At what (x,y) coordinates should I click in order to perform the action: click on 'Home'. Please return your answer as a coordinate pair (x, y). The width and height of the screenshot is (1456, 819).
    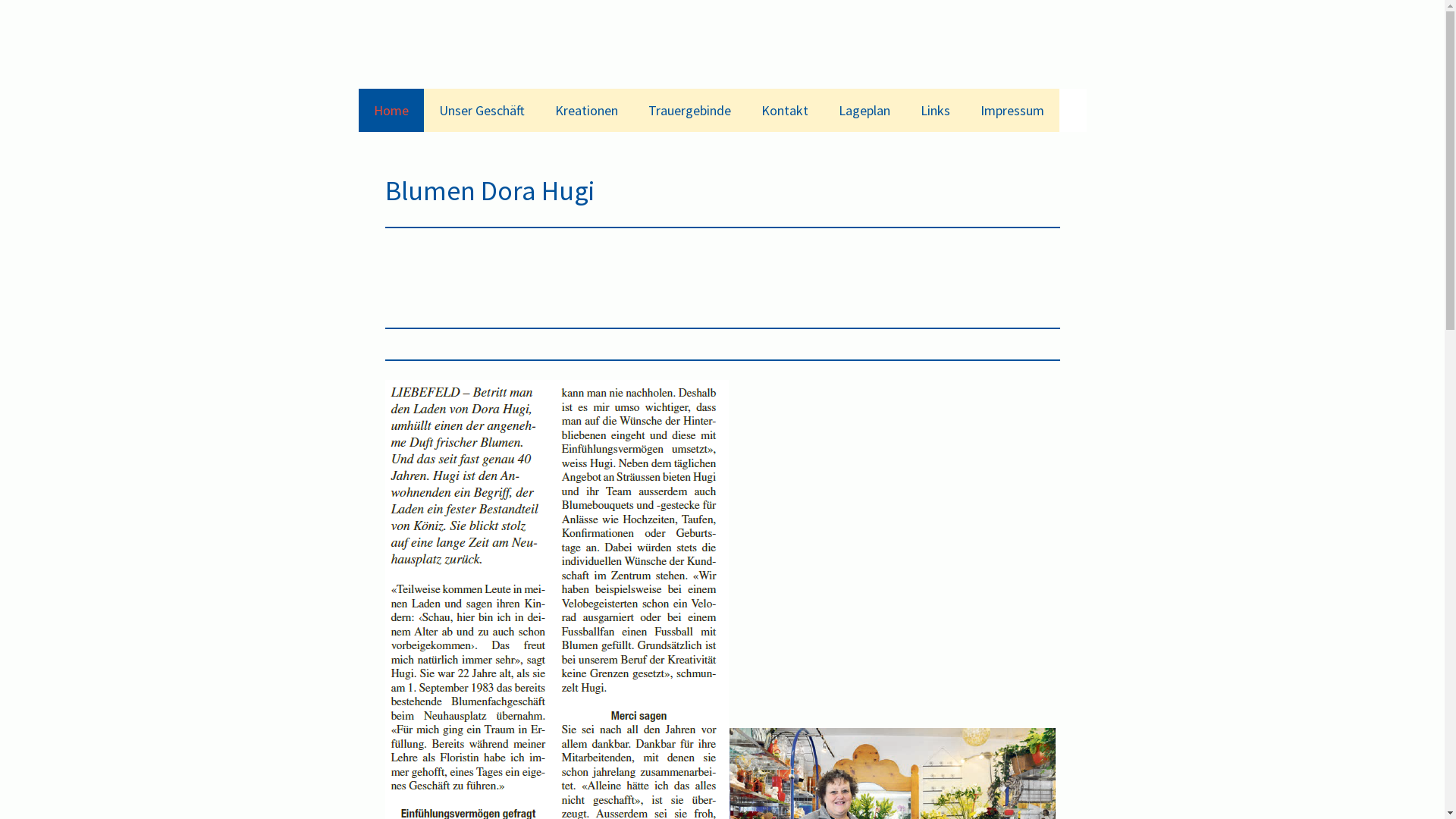
    Looking at the image, I should click on (390, 109).